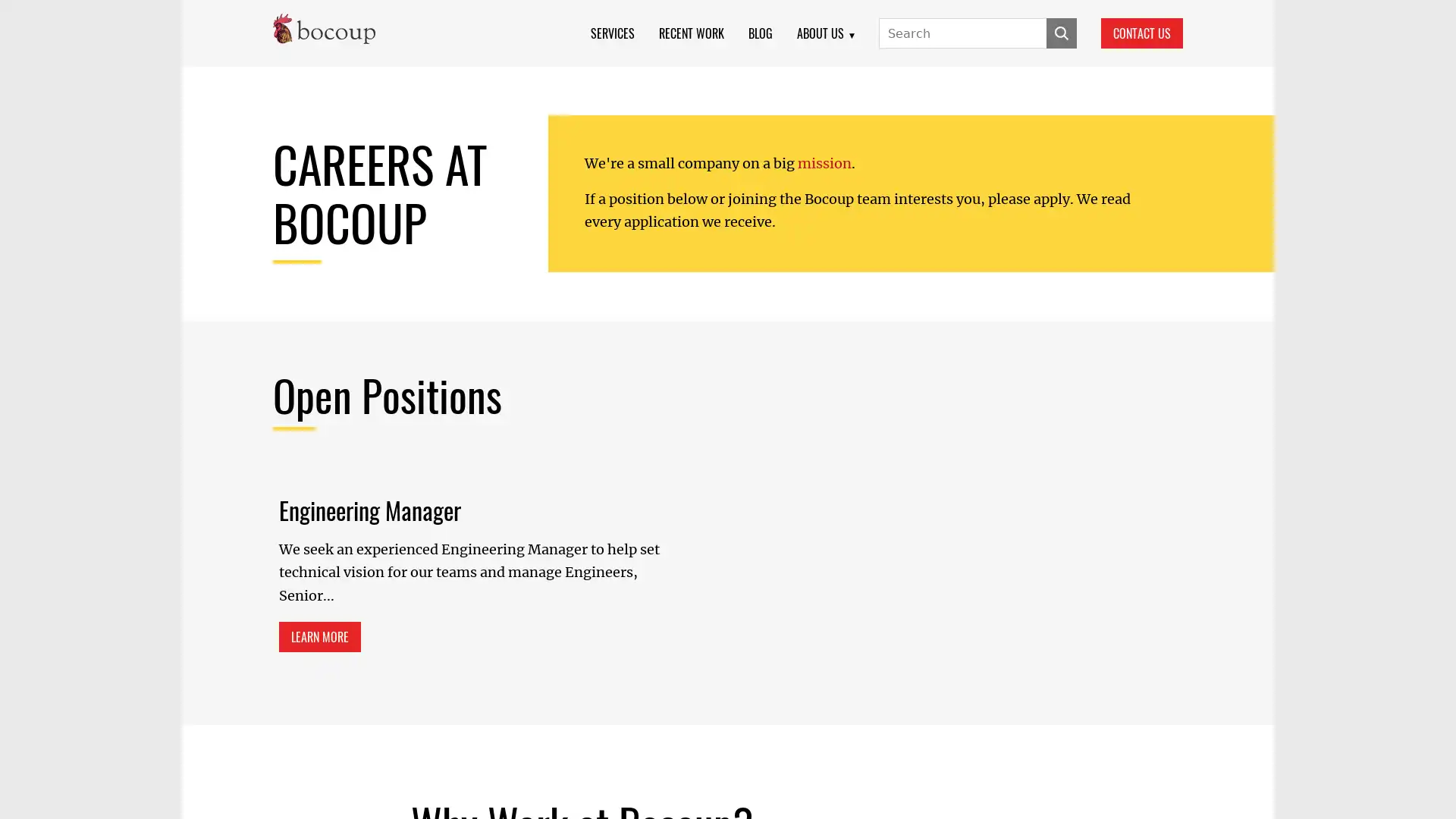 The height and width of the screenshot is (819, 1456). I want to click on SUBMIT, so click(1061, 33).